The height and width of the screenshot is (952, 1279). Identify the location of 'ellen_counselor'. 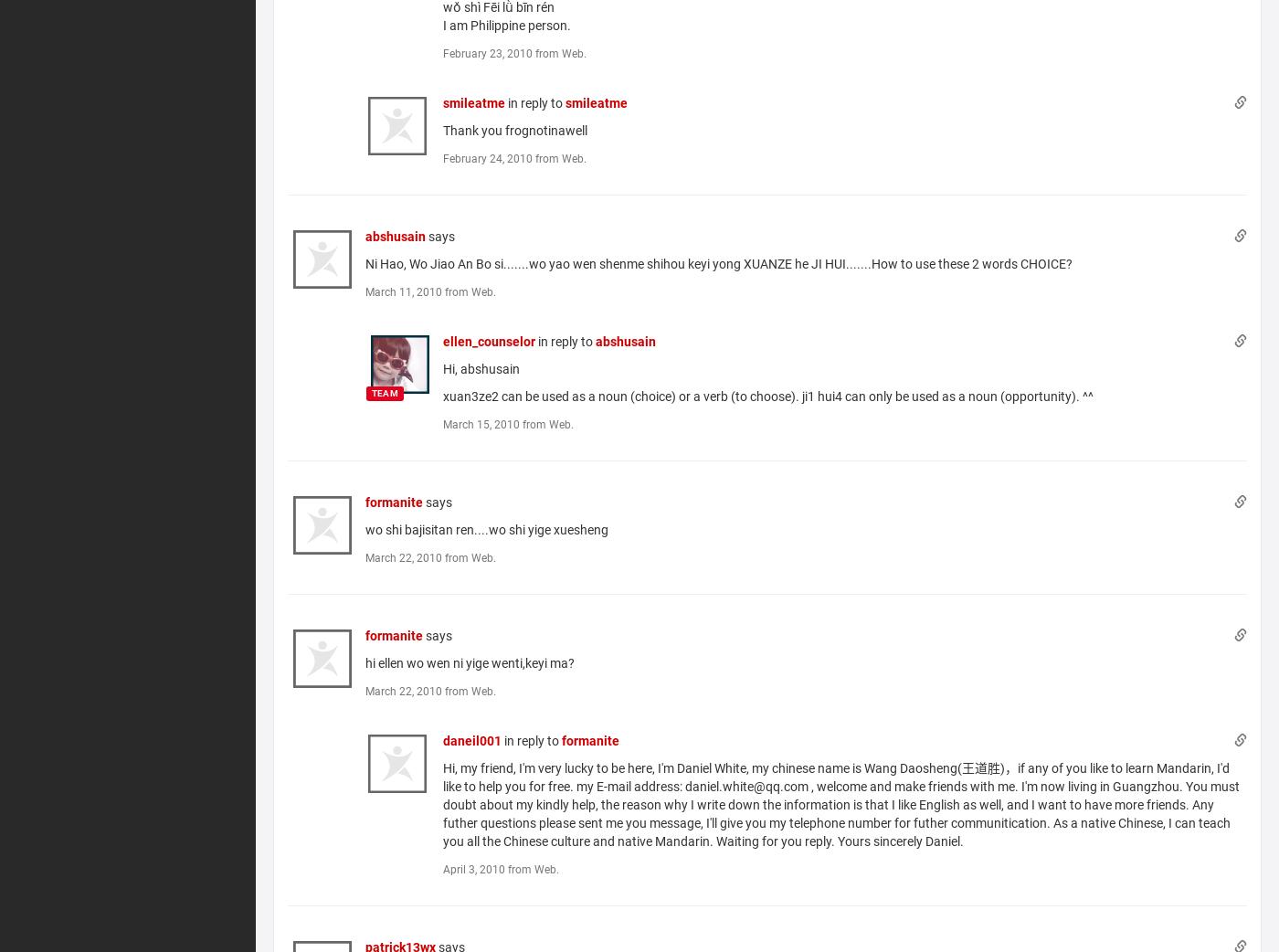
(489, 340).